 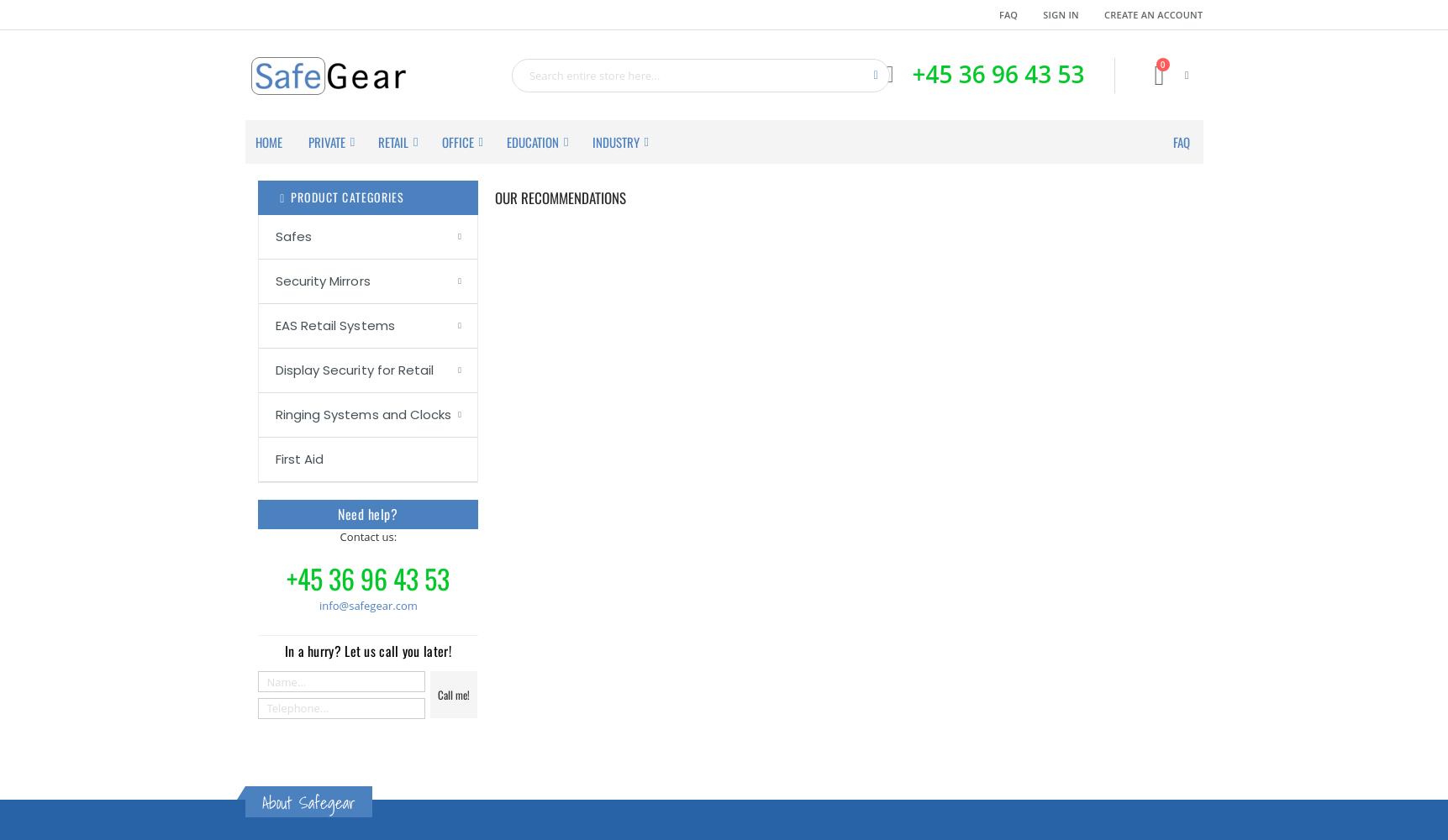 What do you see at coordinates (334, 324) in the screenshot?
I see `'EAS Retail Systems'` at bounding box center [334, 324].